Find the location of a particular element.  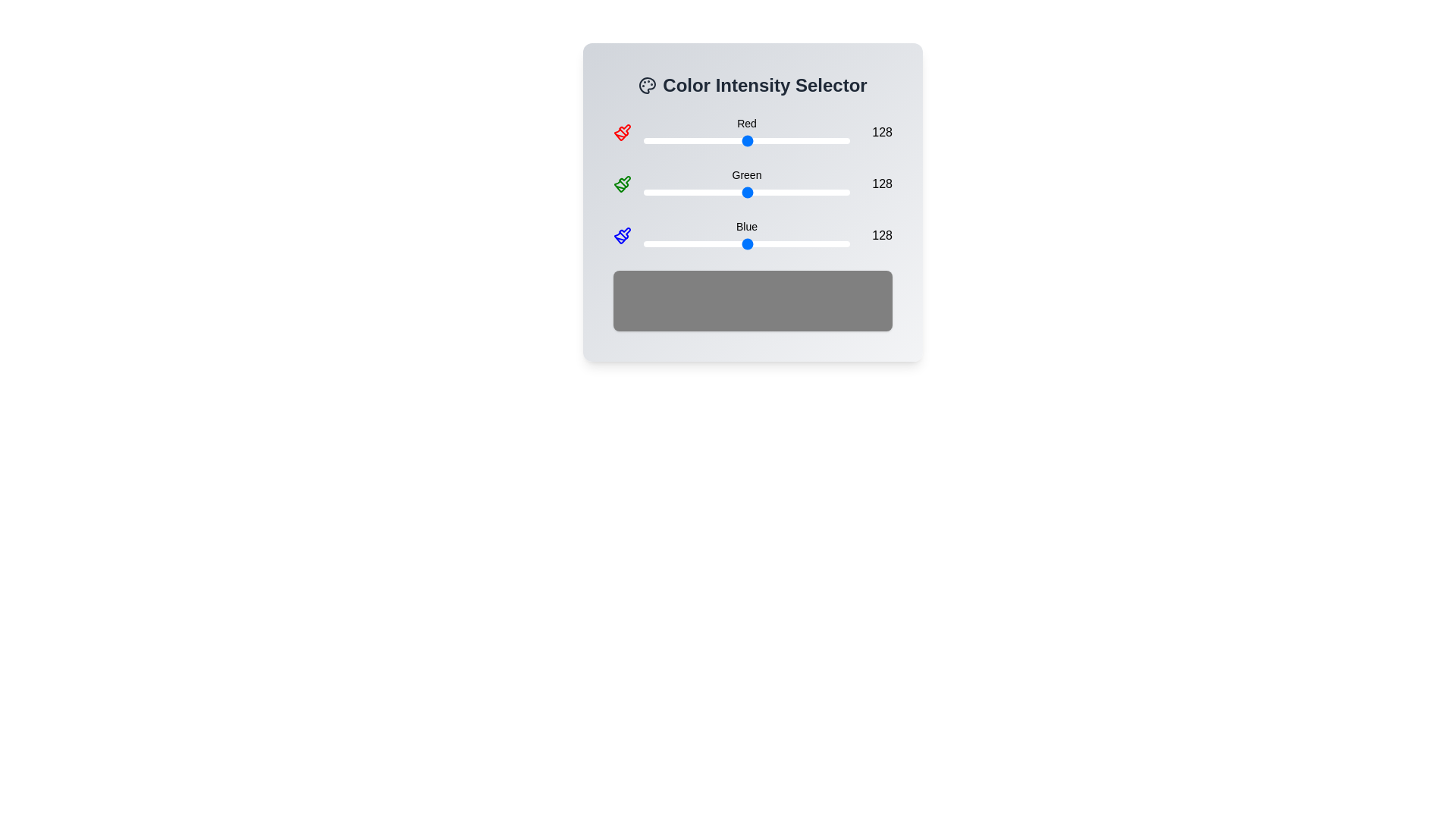

the green color intensity is located at coordinates (671, 192).